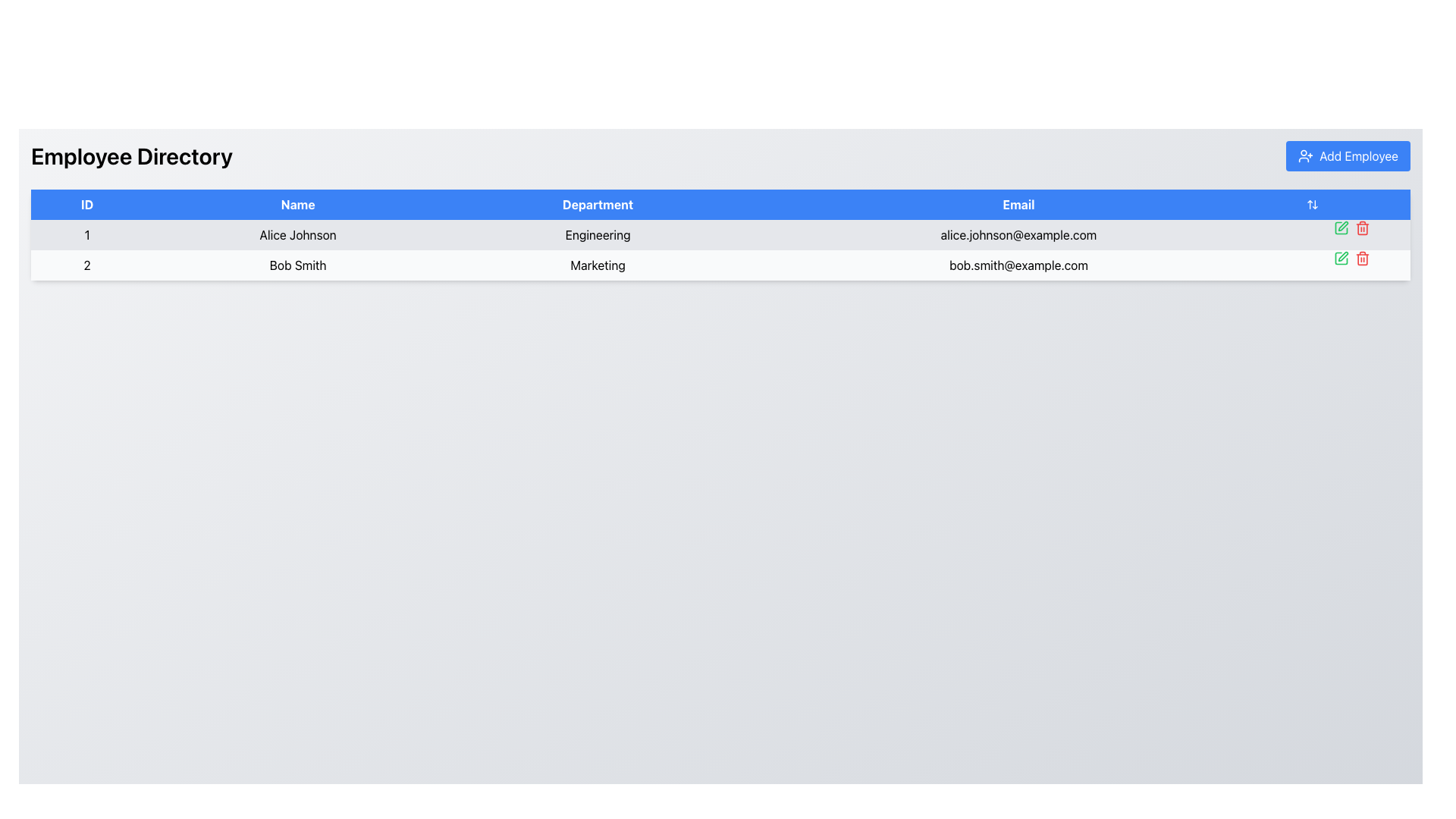 The width and height of the screenshot is (1456, 819). I want to click on the red trash can icon in the dual-action icon cluster located in the last cell of the row for 'Bob Smith', so click(1352, 257).